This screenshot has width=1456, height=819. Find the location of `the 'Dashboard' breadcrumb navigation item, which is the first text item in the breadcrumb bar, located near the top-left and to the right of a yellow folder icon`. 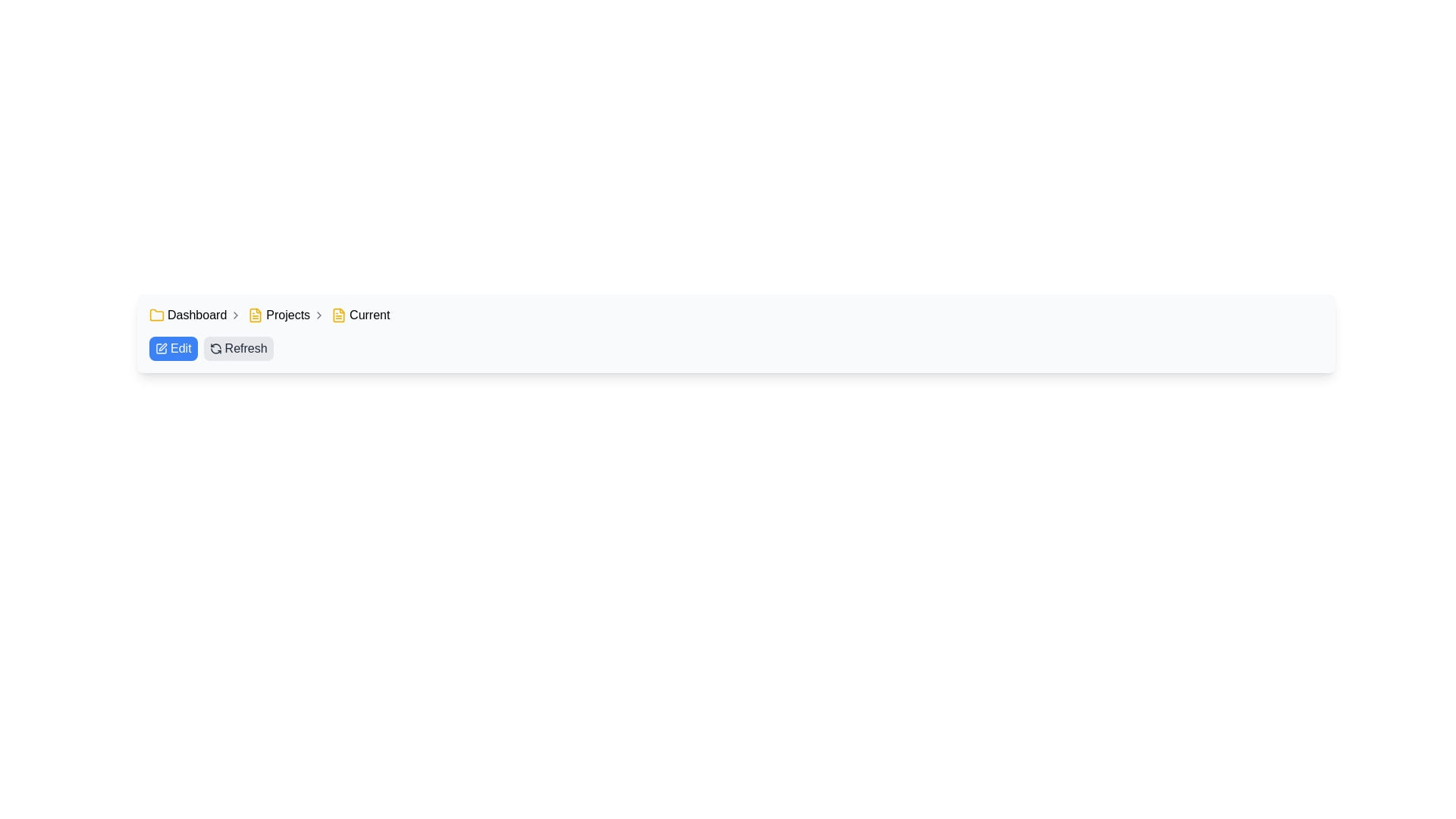

the 'Dashboard' breadcrumb navigation item, which is the first text item in the breadcrumb bar, located near the top-left and to the right of a yellow folder icon is located at coordinates (196, 315).